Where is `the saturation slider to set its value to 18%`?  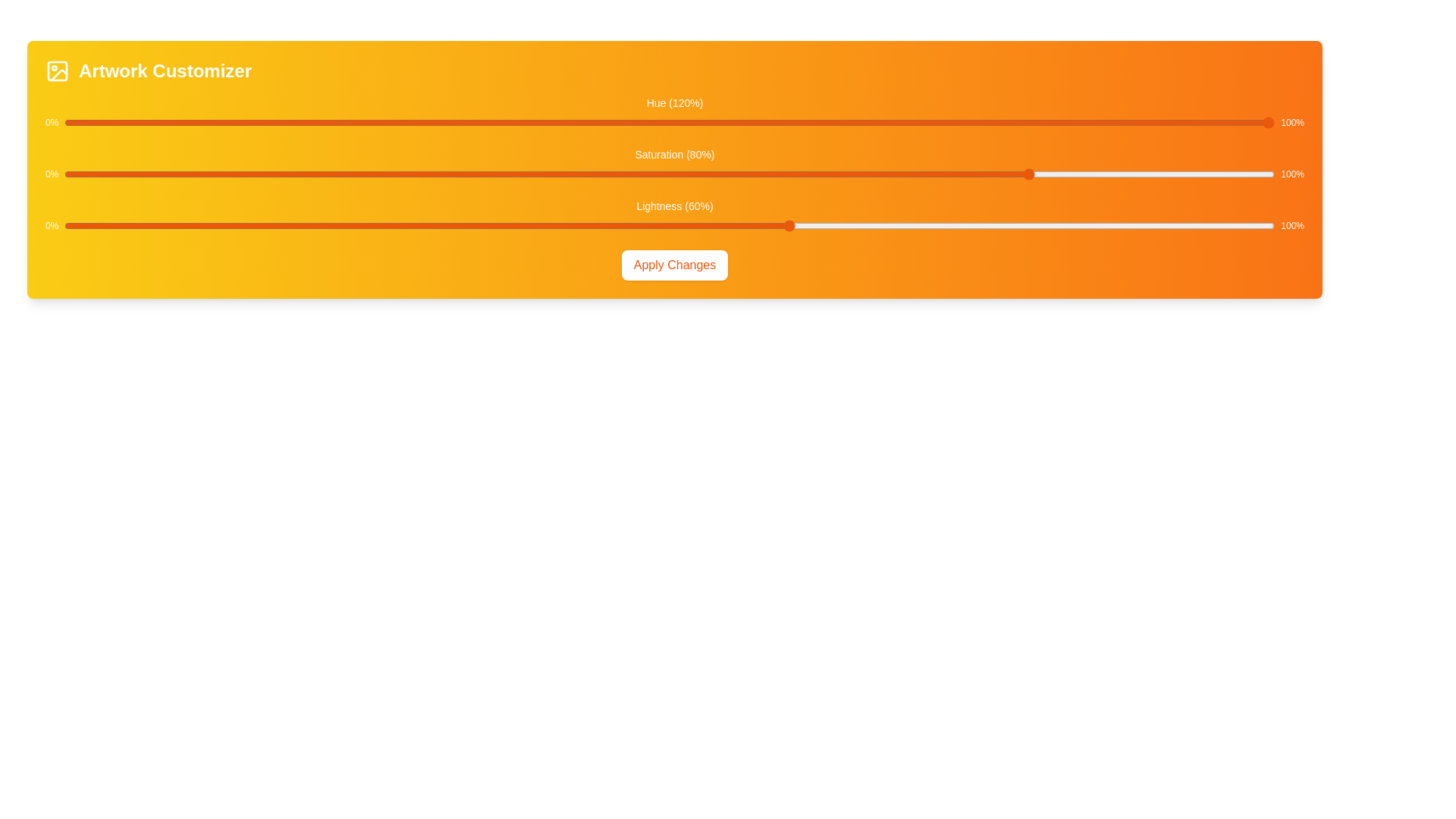 the saturation slider to set its value to 18% is located at coordinates (282, 174).